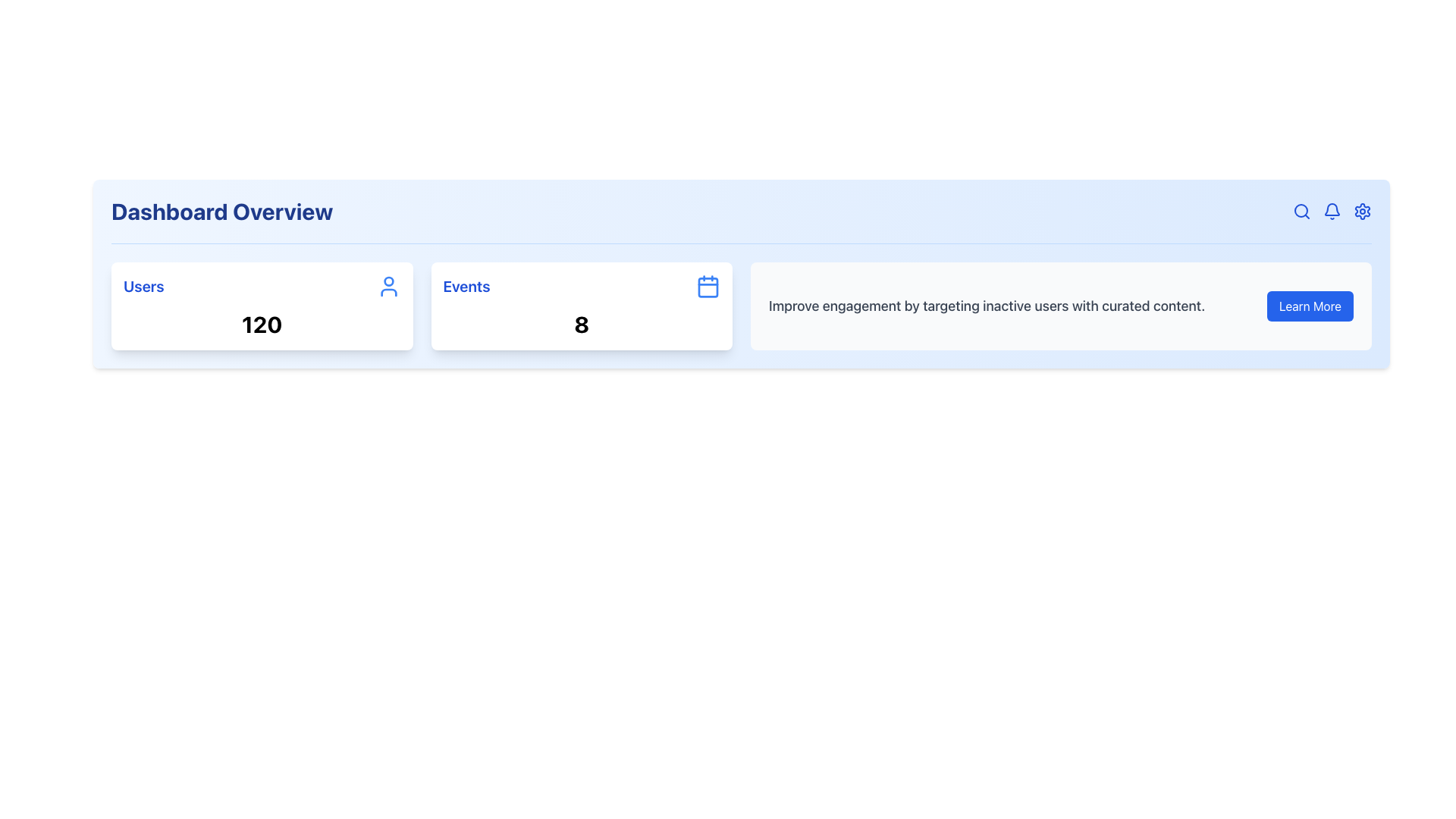  Describe the element at coordinates (1362, 211) in the screenshot. I see `the blue gear-shaped icon button located at the top-right corner of the interface` at that location.